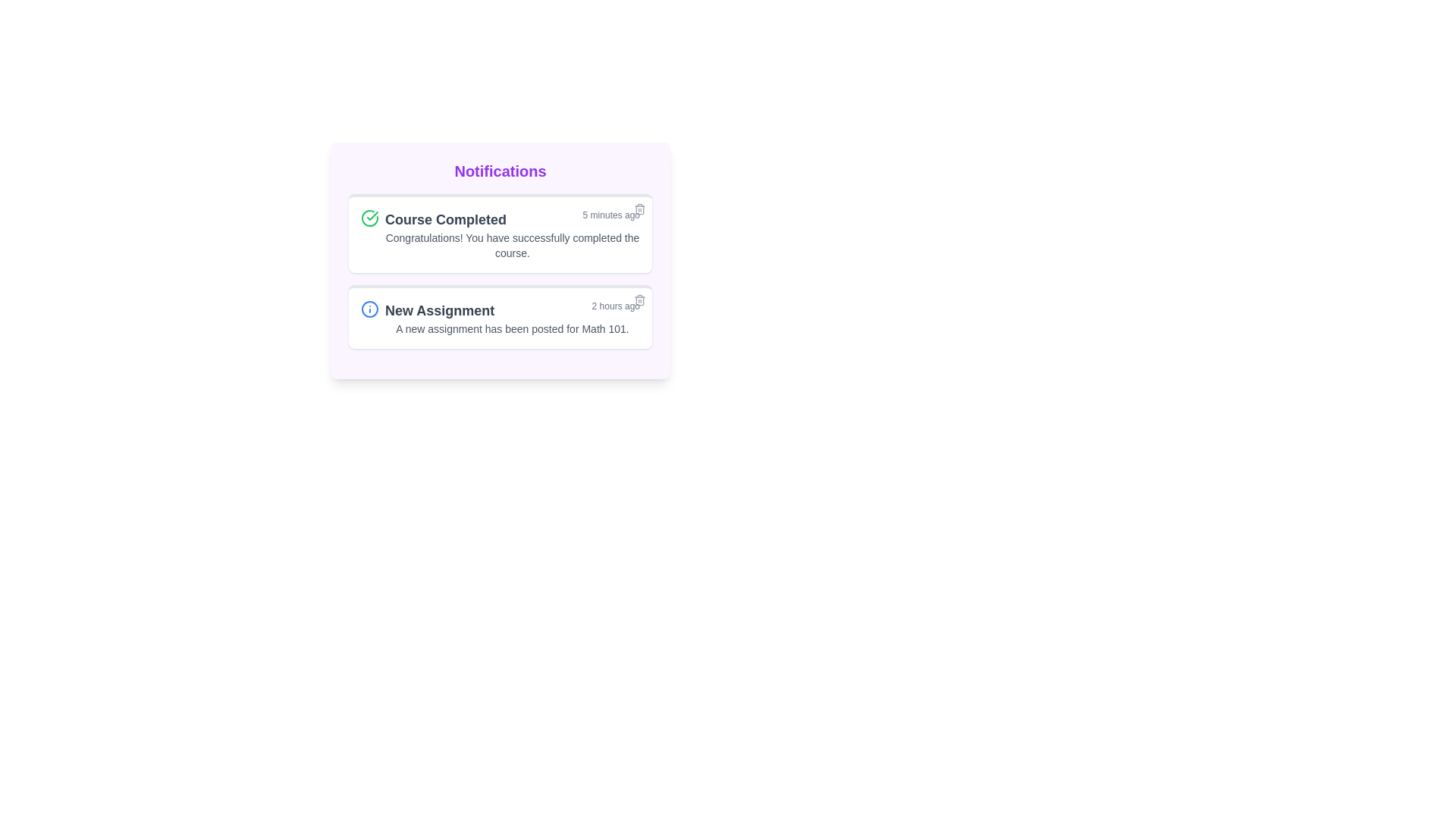 The height and width of the screenshot is (819, 1456). I want to click on the delete button located in the top-right corner of the 'Course Completed' notification, so click(640, 209).